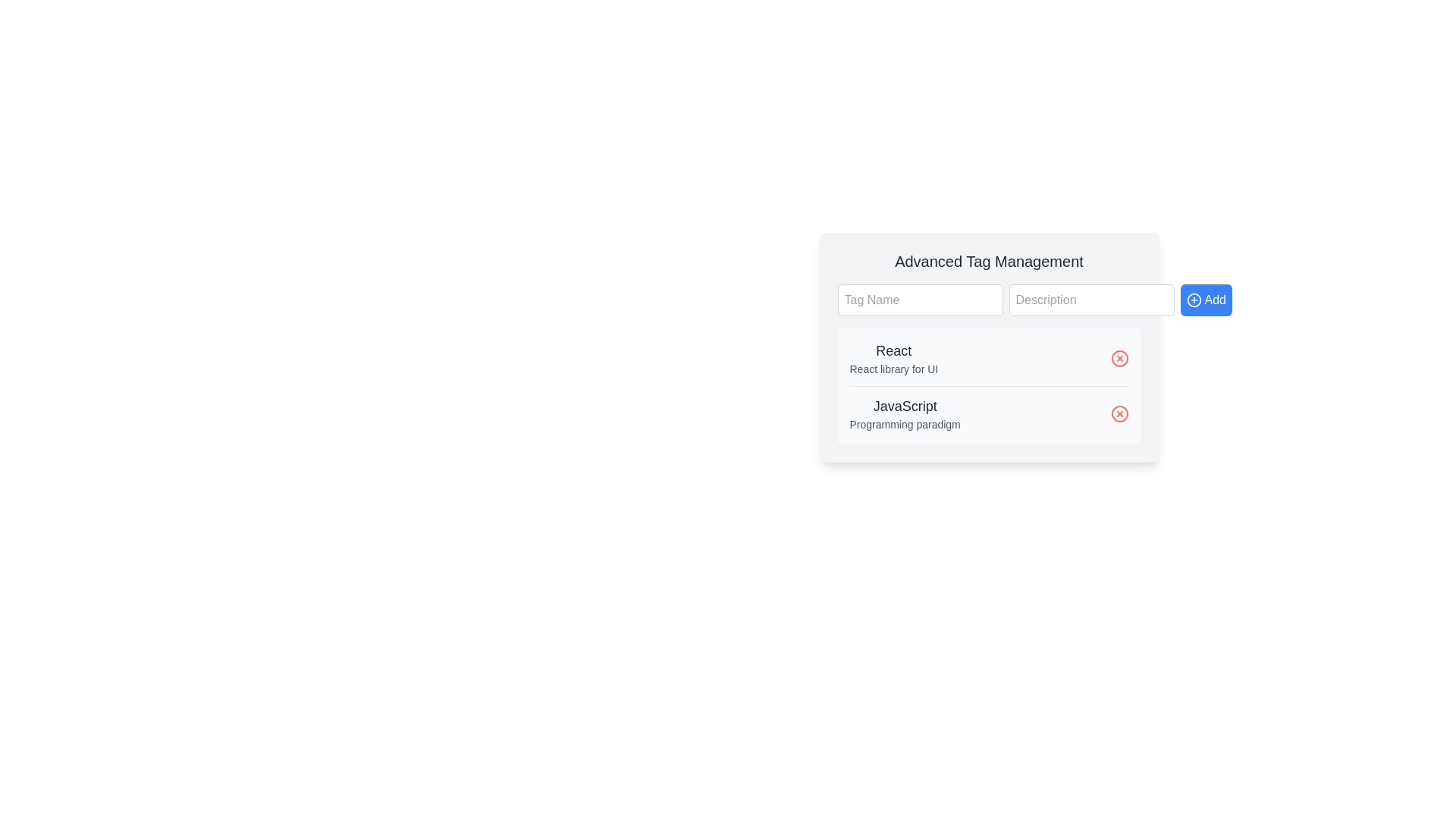  I want to click on the button for adding tags located on the far right of the horizontal form layout, so click(1205, 300).